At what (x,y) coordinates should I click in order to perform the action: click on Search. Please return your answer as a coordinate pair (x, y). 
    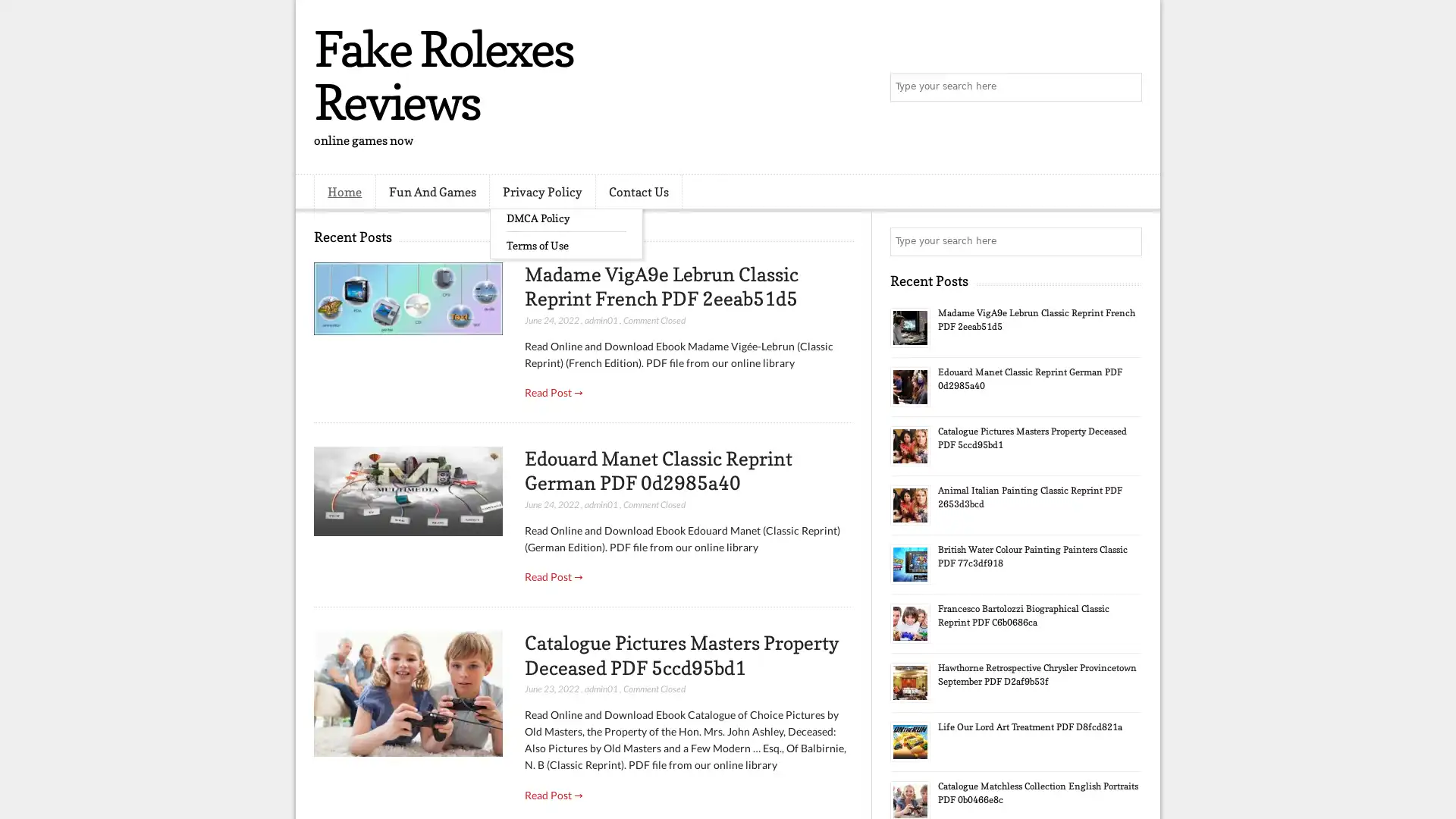
    Looking at the image, I should click on (1126, 87).